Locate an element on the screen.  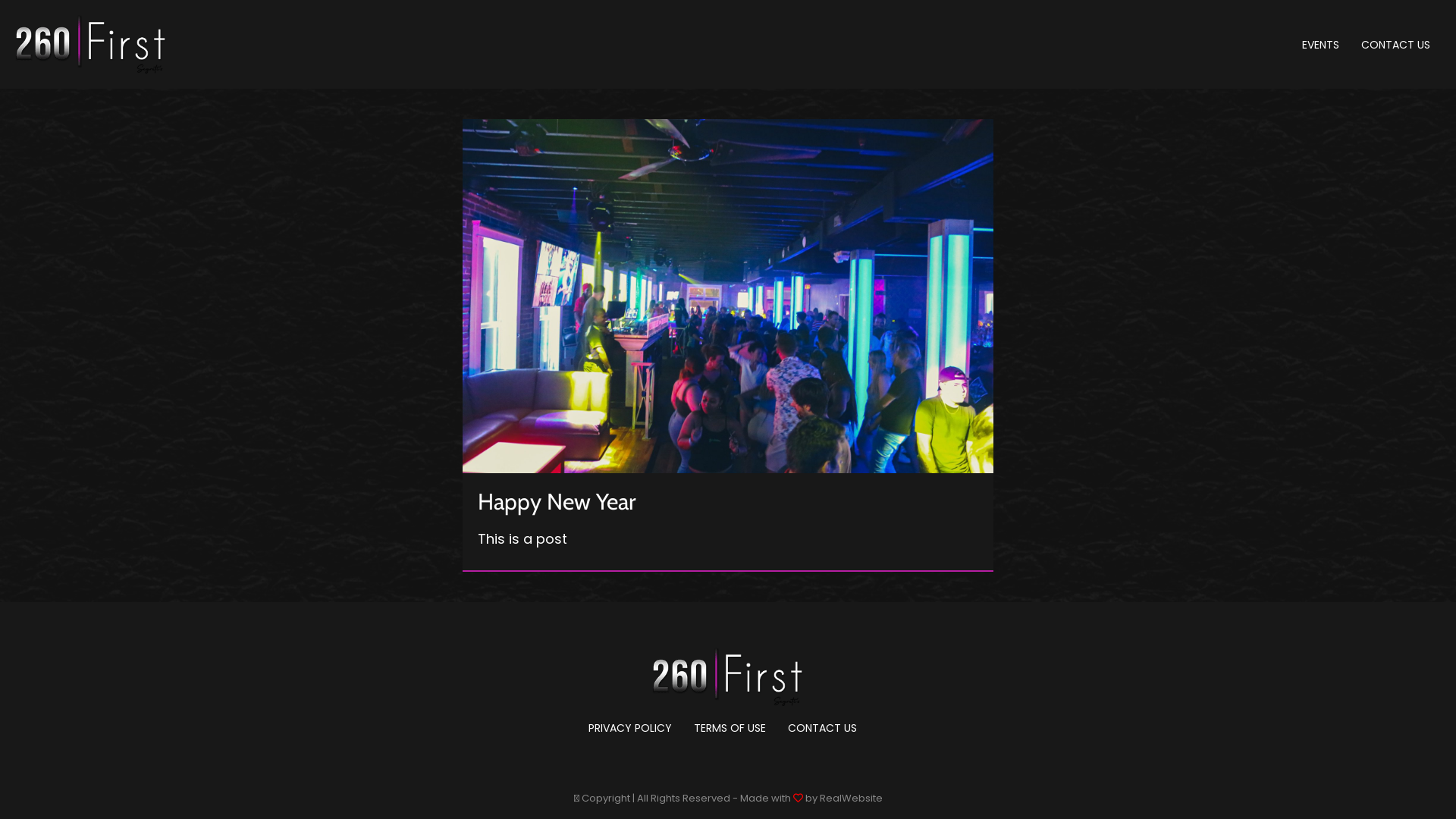
'CONTACT US' is located at coordinates (776, 727).